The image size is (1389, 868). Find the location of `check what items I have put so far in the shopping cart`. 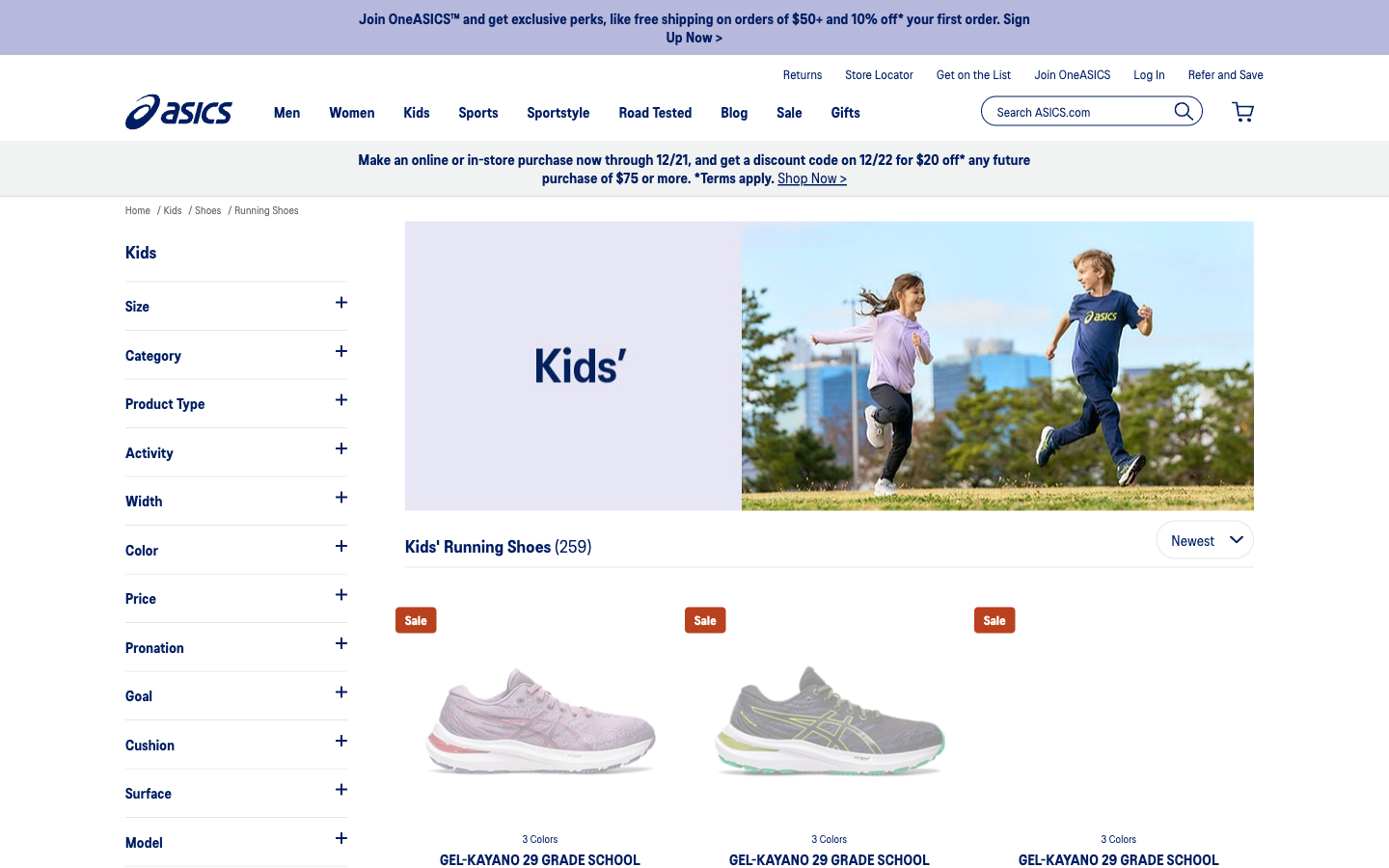

check what items I have put so far in the shopping cart is located at coordinates (1242, 112).